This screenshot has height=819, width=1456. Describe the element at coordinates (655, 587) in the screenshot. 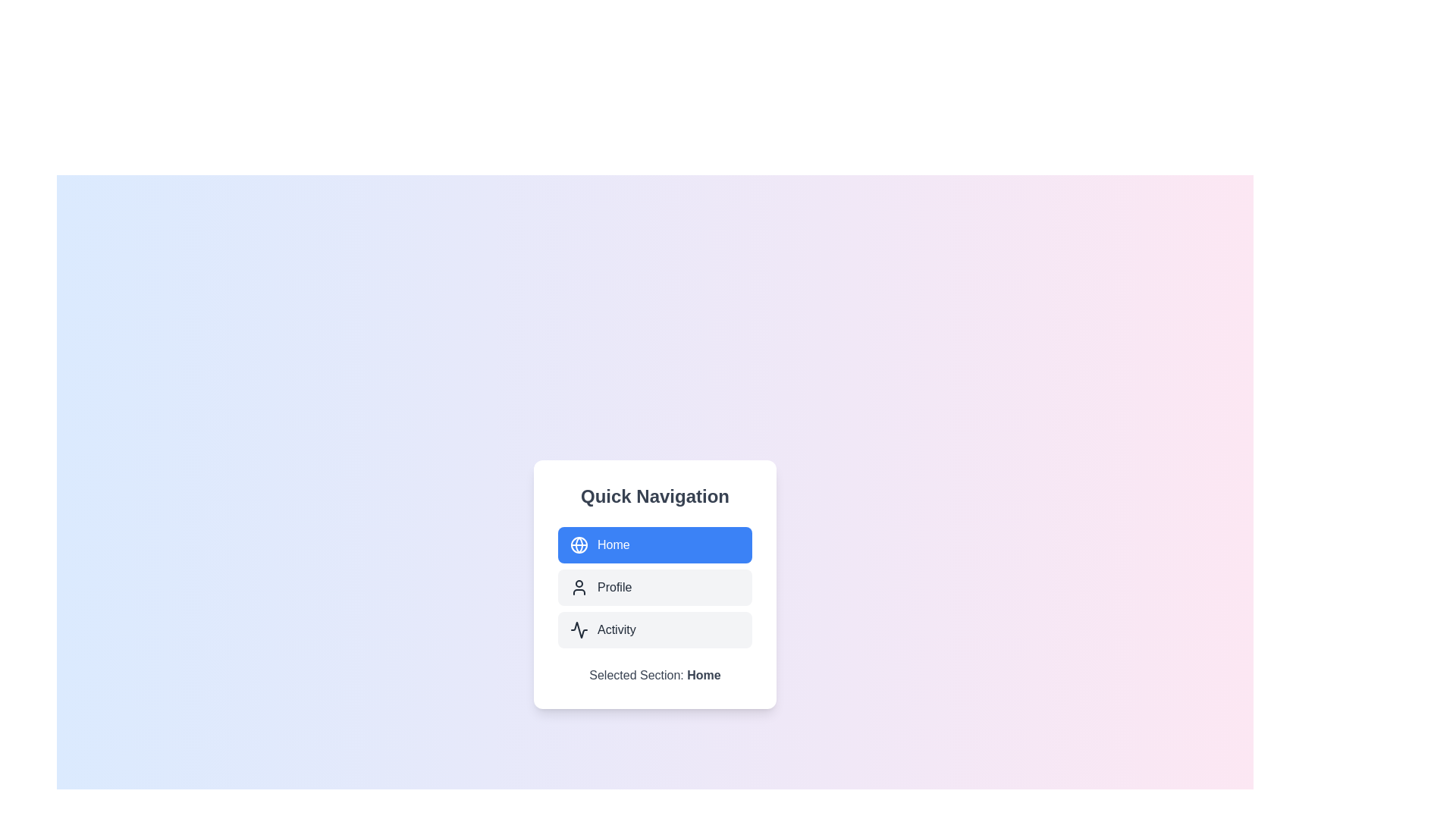

I see `the 'Profile' navigation button, which is the second button in the vertical stack within the 'Quick Navigation' card` at that location.